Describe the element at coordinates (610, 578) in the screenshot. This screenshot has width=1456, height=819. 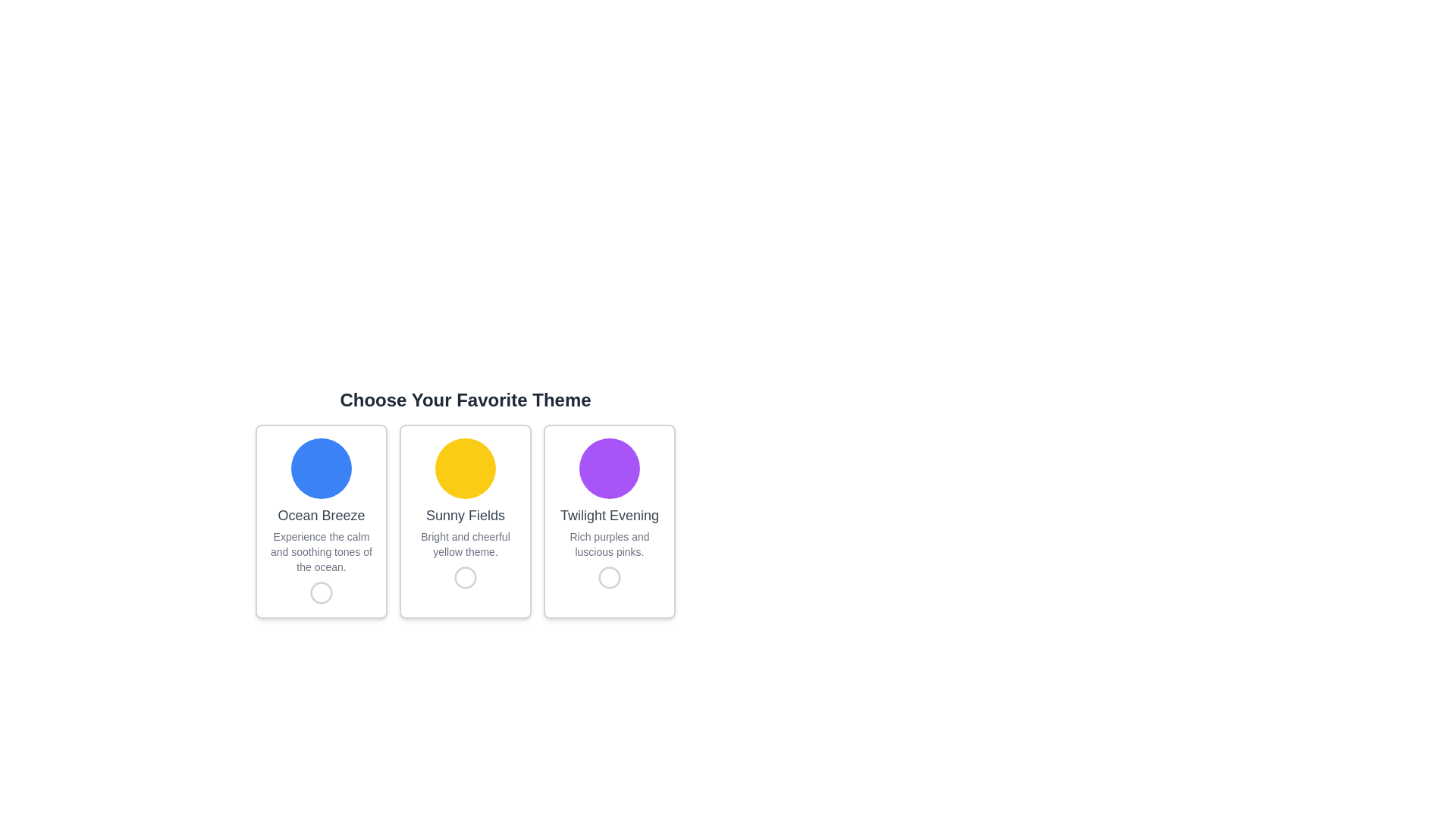
I see `the circular radio button located within the 'Twilight Evening' card` at that location.